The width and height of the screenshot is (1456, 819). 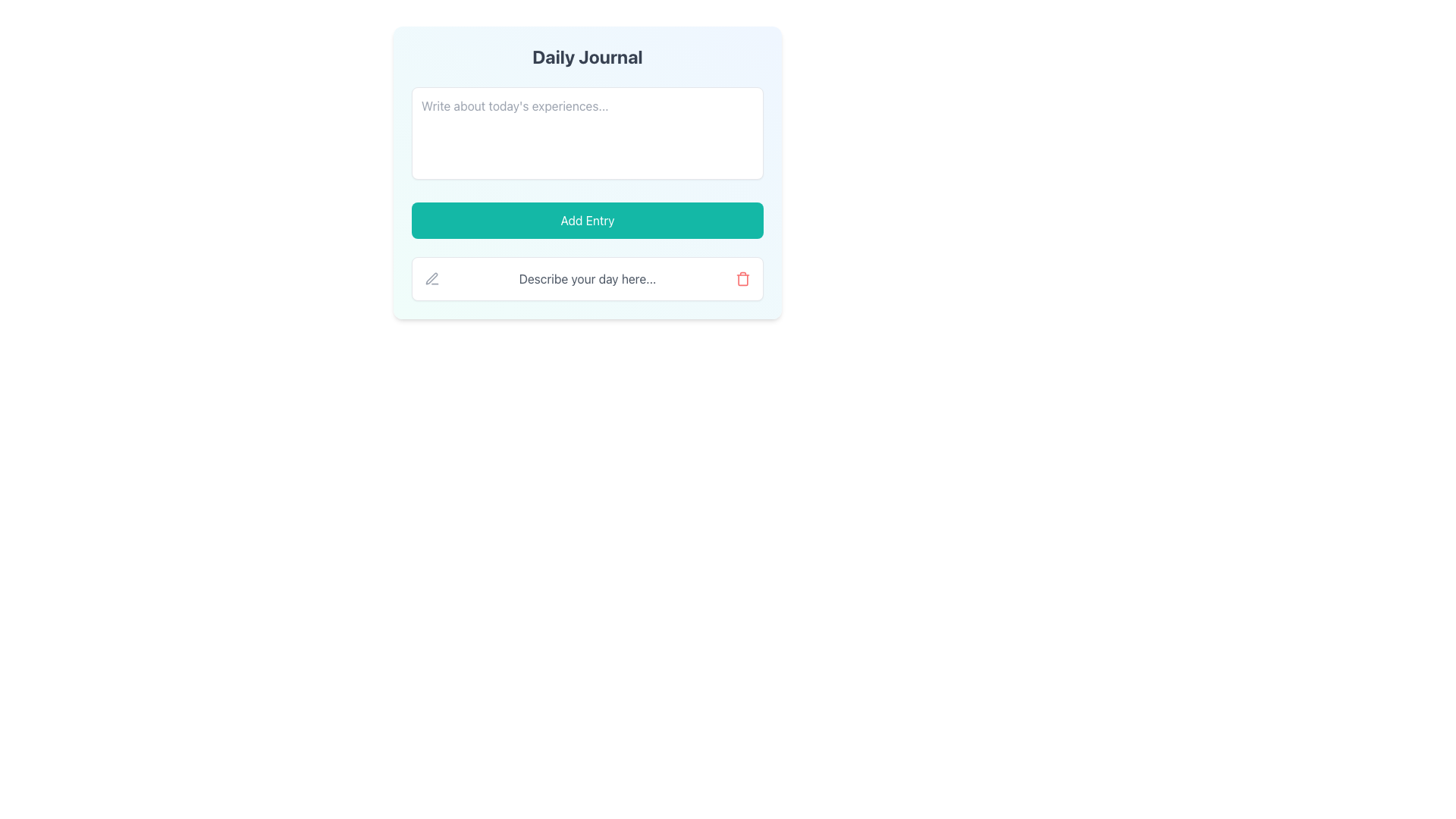 What do you see at coordinates (742, 278) in the screenshot?
I see `the delete icon button located to the far right of the text 'Describe your day here...' to initiate a delete action` at bounding box center [742, 278].